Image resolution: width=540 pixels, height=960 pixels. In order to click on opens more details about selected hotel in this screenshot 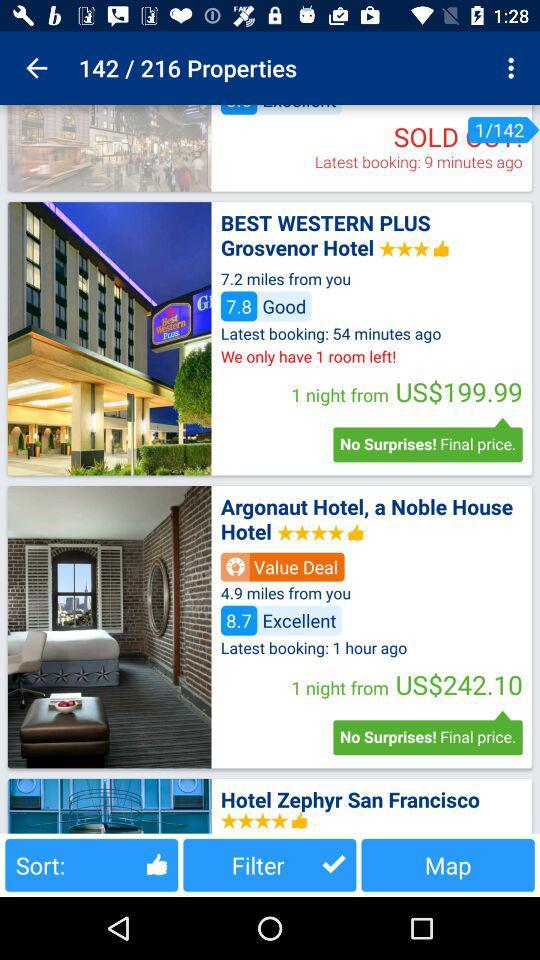, I will do `click(109, 338)`.